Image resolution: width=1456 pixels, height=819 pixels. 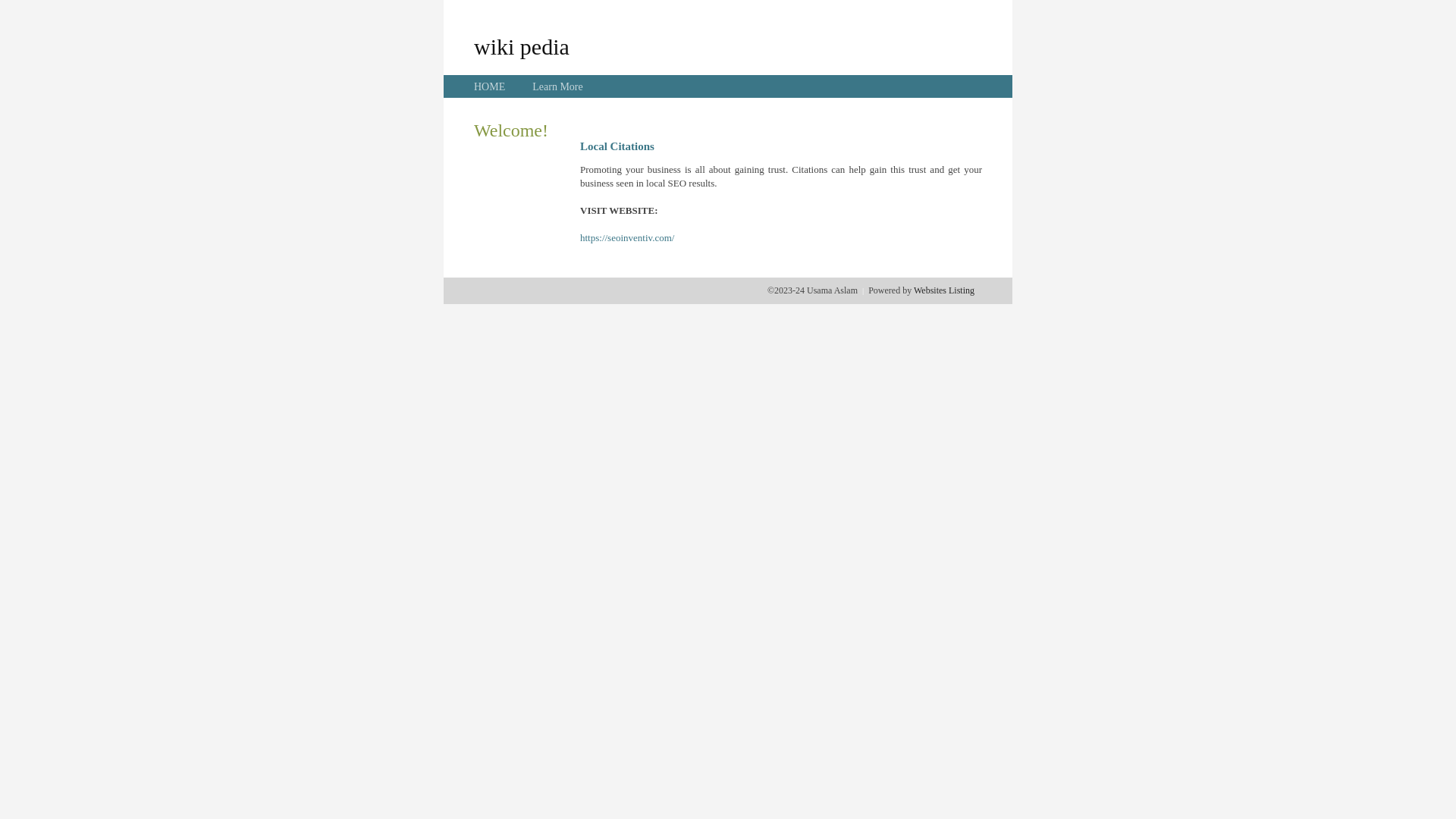 I want to click on 'HOME', so click(x=489, y=86).